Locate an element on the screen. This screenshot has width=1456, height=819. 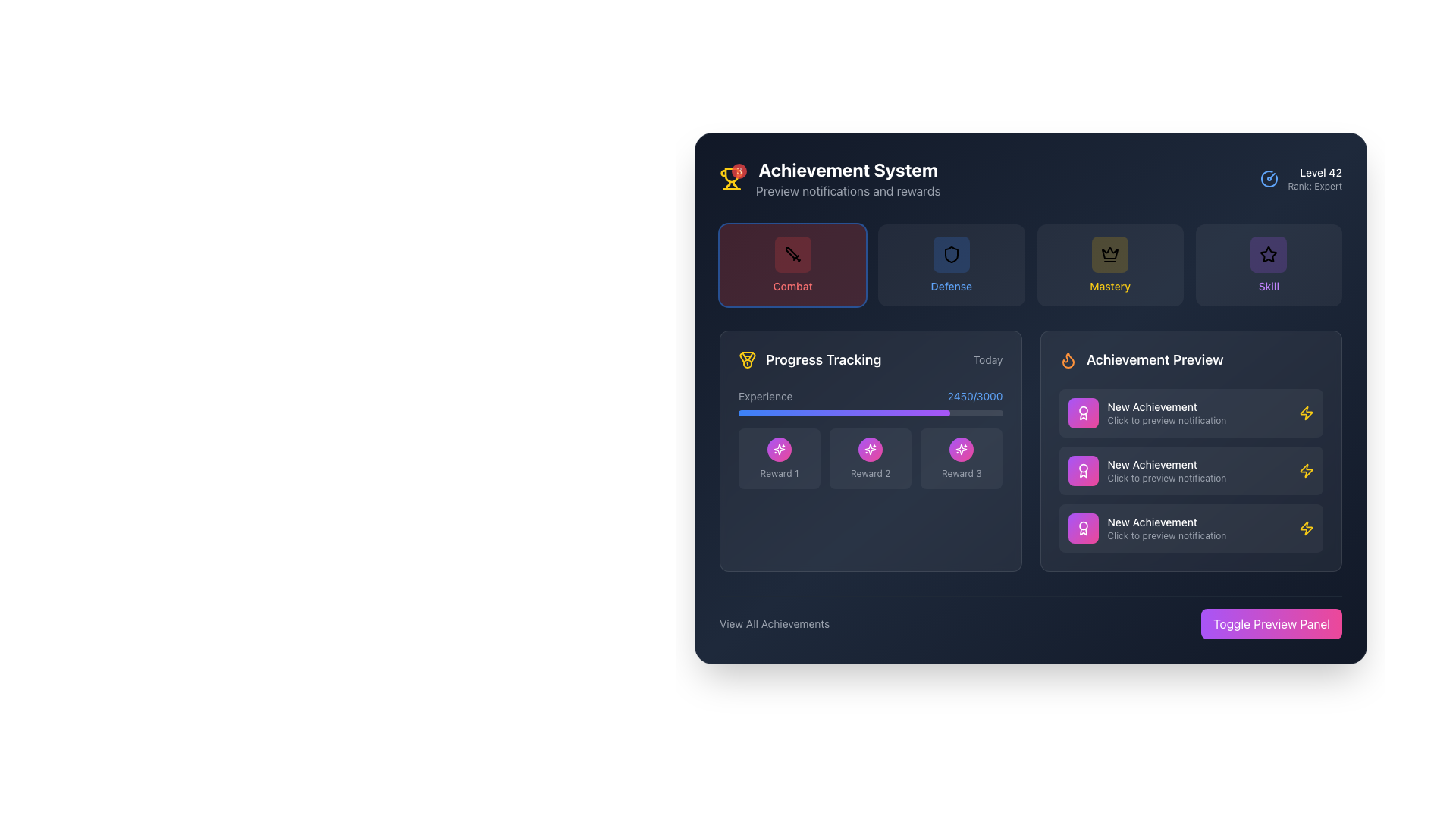
the flame icon representing the 'Achievement Preview' section, which is located to the left of the 'Achievement Preview' text is located at coordinates (1067, 359).